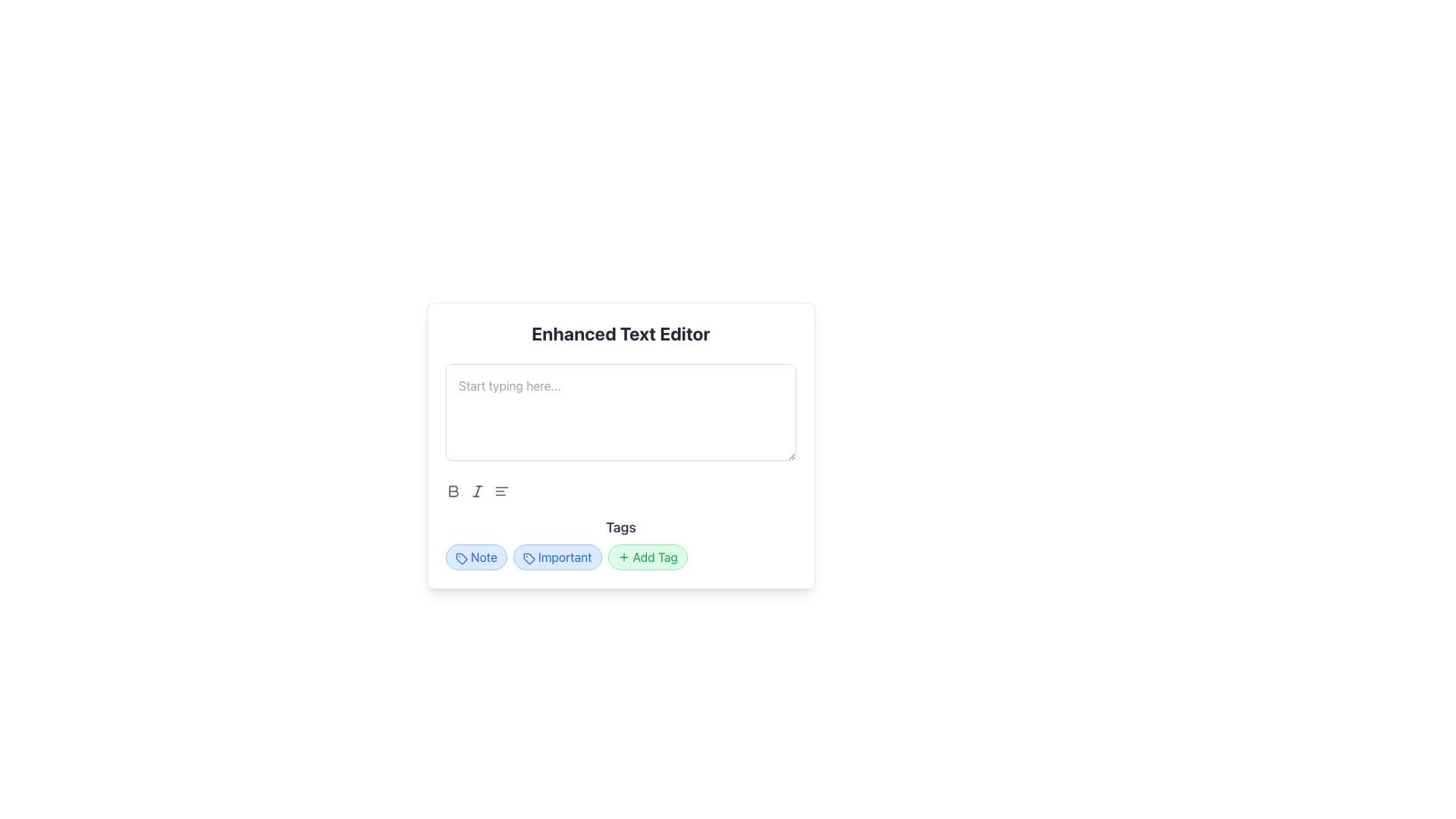 This screenshot has height=819, width=1456. What do you see at coordinates (475, 557) in the screenshot?
I see `the first tag button that filters content related to the 'Note' category, located below the input editor and to the left of the 'Important' tag` at bounding box center [475, 557].